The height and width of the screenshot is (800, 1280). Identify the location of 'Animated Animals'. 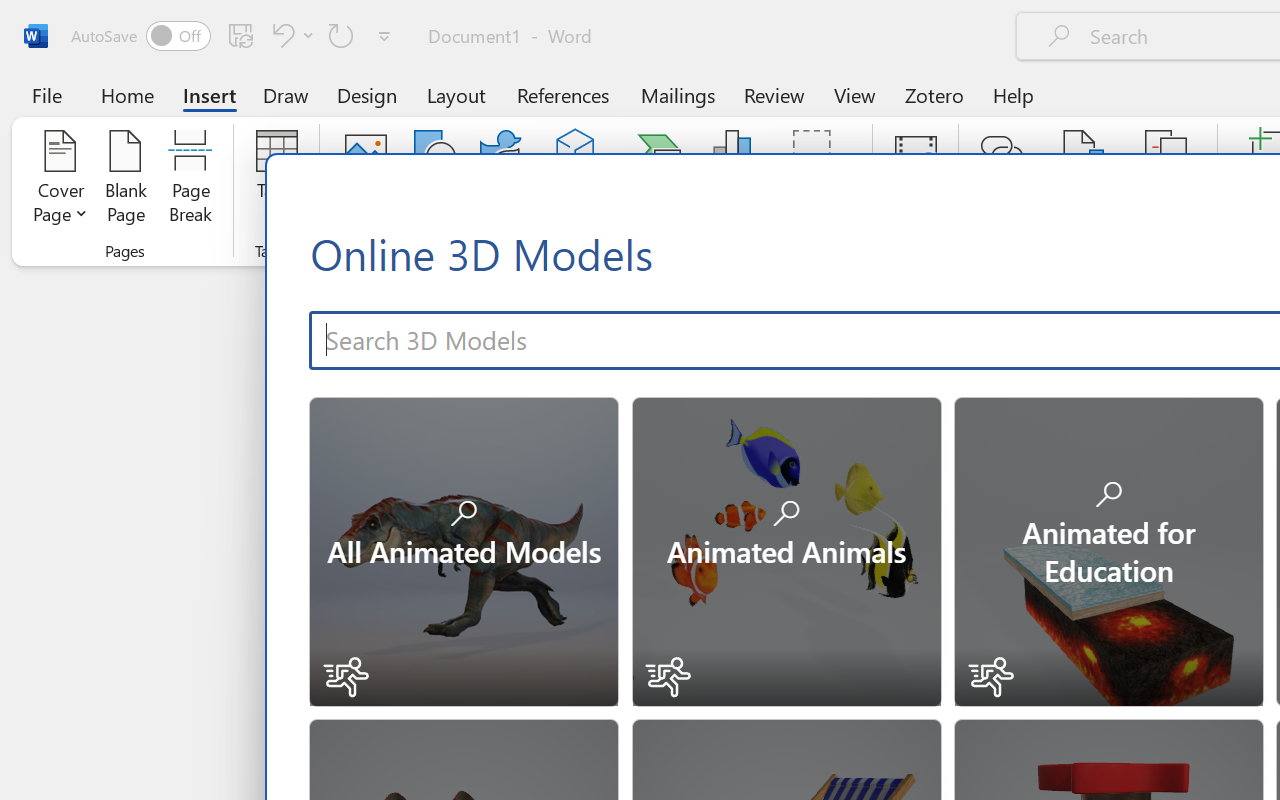
(784, 549).